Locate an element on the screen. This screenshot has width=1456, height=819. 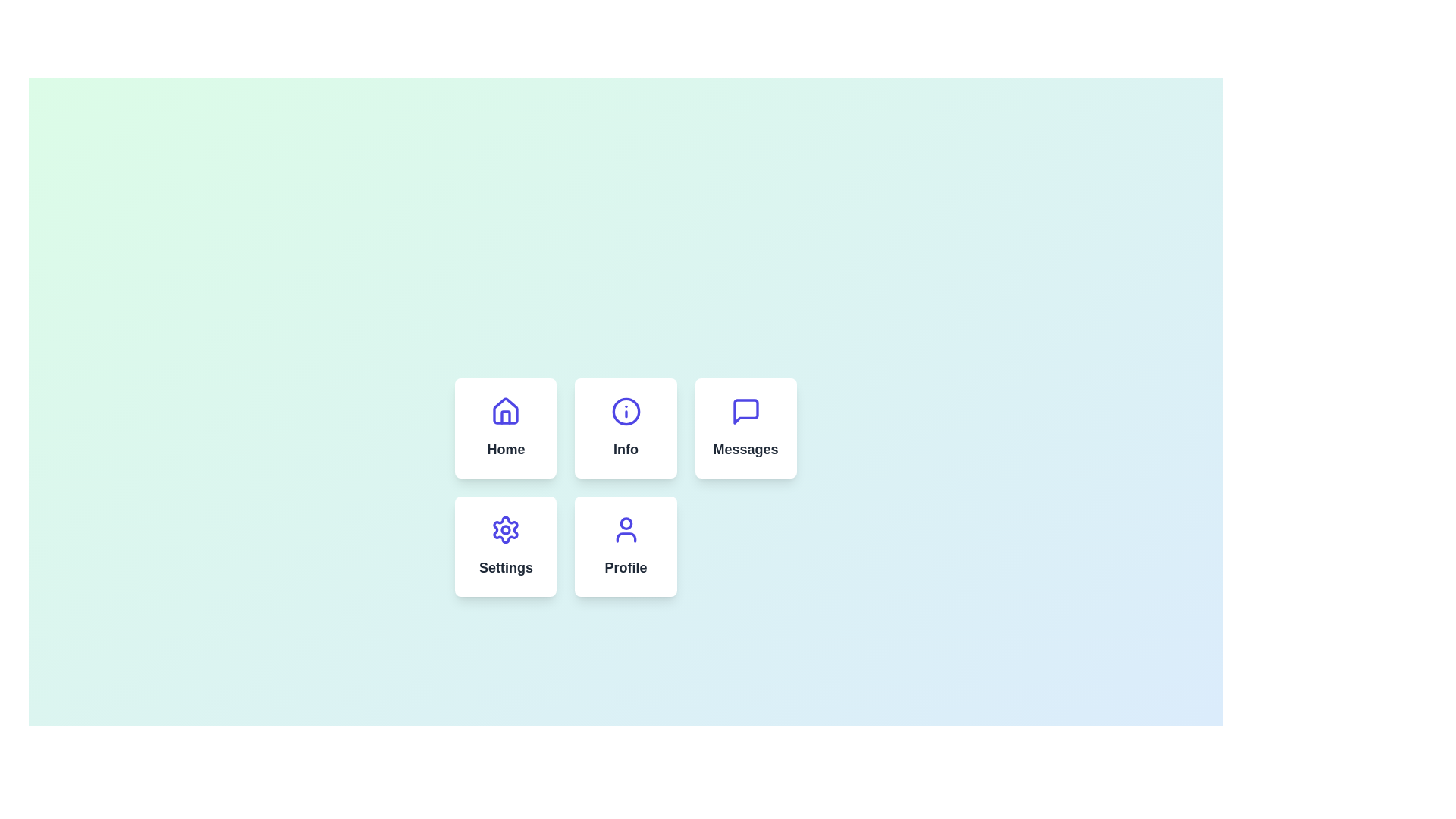
the 'Profile' label, which is a medium-sized, bold, black text in a sans-serif font, located near the lower-right of the centered grid of selectable cards is located at coordinates (626, 567).